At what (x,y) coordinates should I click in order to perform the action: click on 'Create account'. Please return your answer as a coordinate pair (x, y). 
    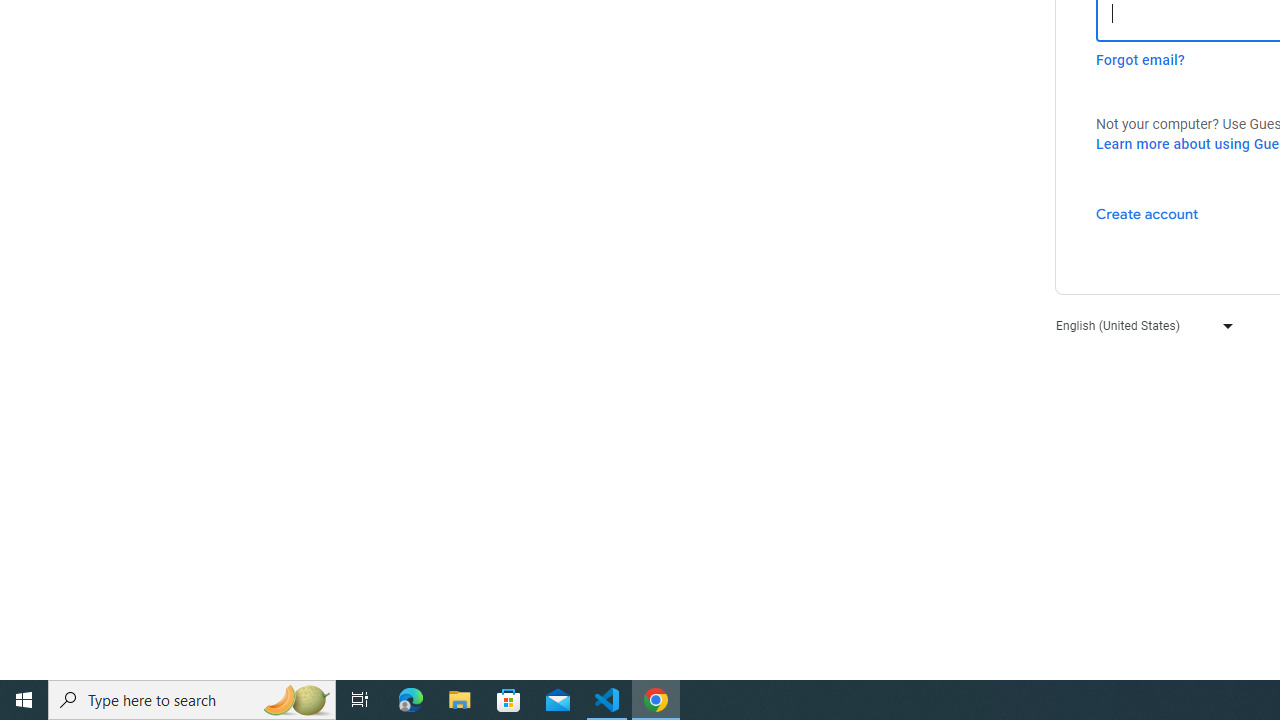
    Looking at the image, I should click on (1146, 213).